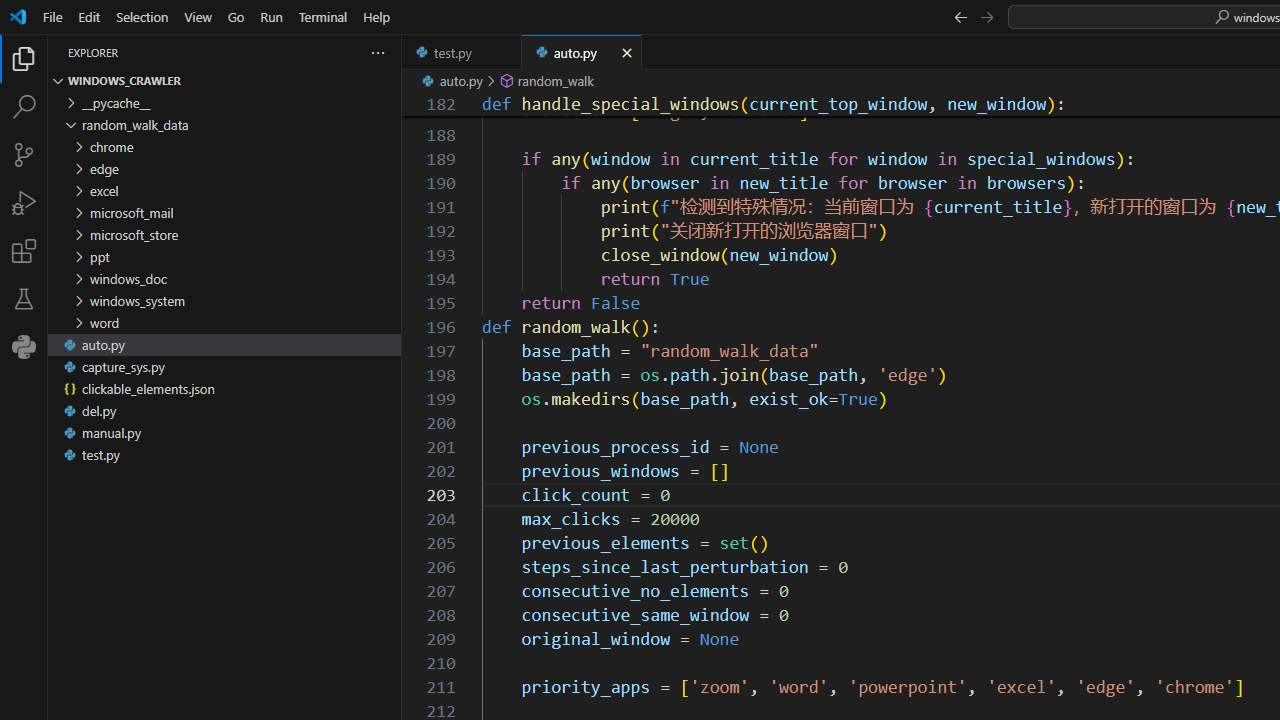  I want to click on 'Search (Ctrl+Shift+F)', so click(24, 106).